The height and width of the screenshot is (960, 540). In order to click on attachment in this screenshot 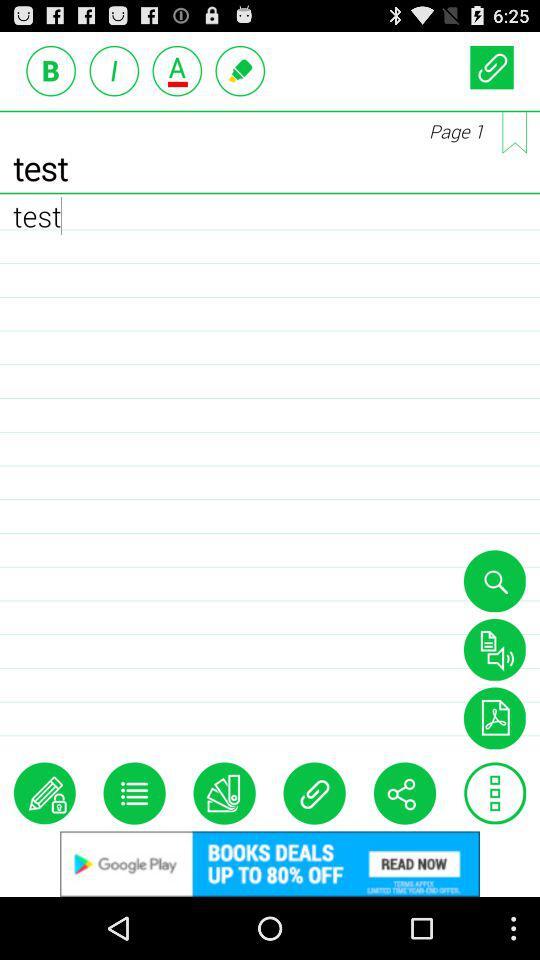, I will do `click(490, 67)`.